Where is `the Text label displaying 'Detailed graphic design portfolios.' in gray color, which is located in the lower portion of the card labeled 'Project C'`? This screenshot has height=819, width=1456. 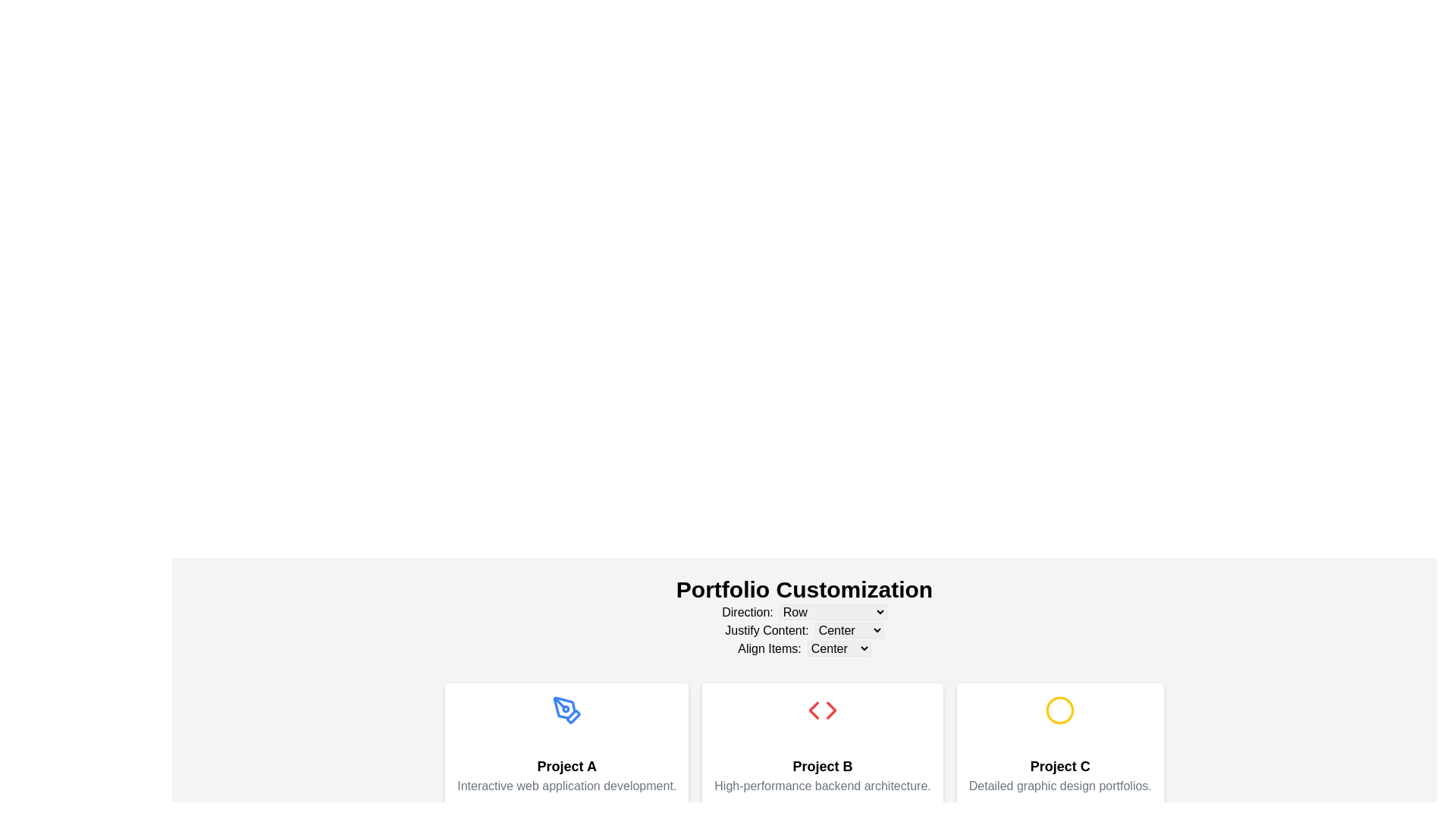 the Text label displaying 'Detailed graphic design portfolios.' in gray color, which is located in the lower portion of the card labeled 'Project C' is located at coordinates (1059, 786).